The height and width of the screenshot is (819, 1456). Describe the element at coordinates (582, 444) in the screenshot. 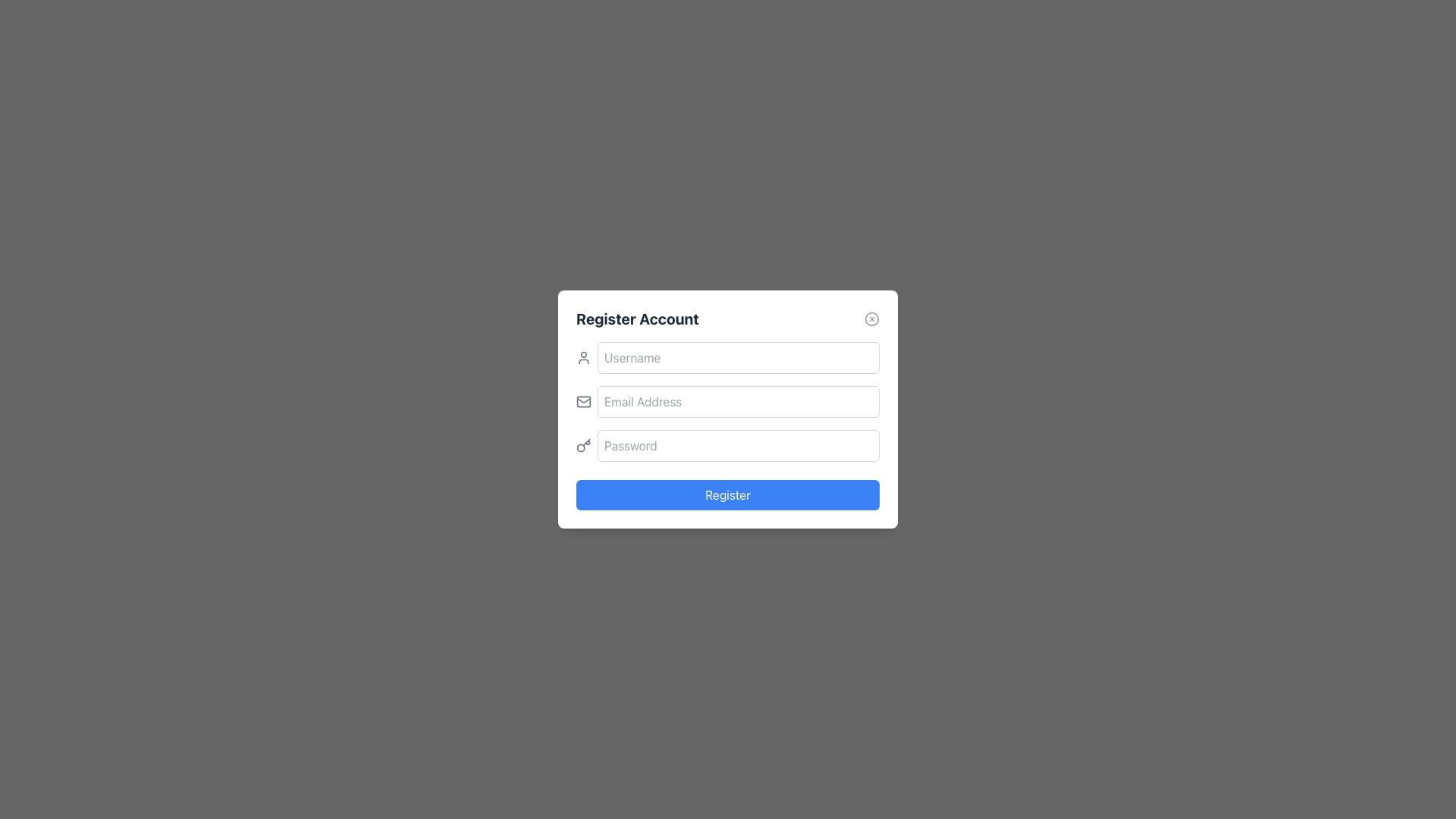

I see `the password icon located to the left of the password input field, which serves as a visual indicator for secure password entry` at that location.